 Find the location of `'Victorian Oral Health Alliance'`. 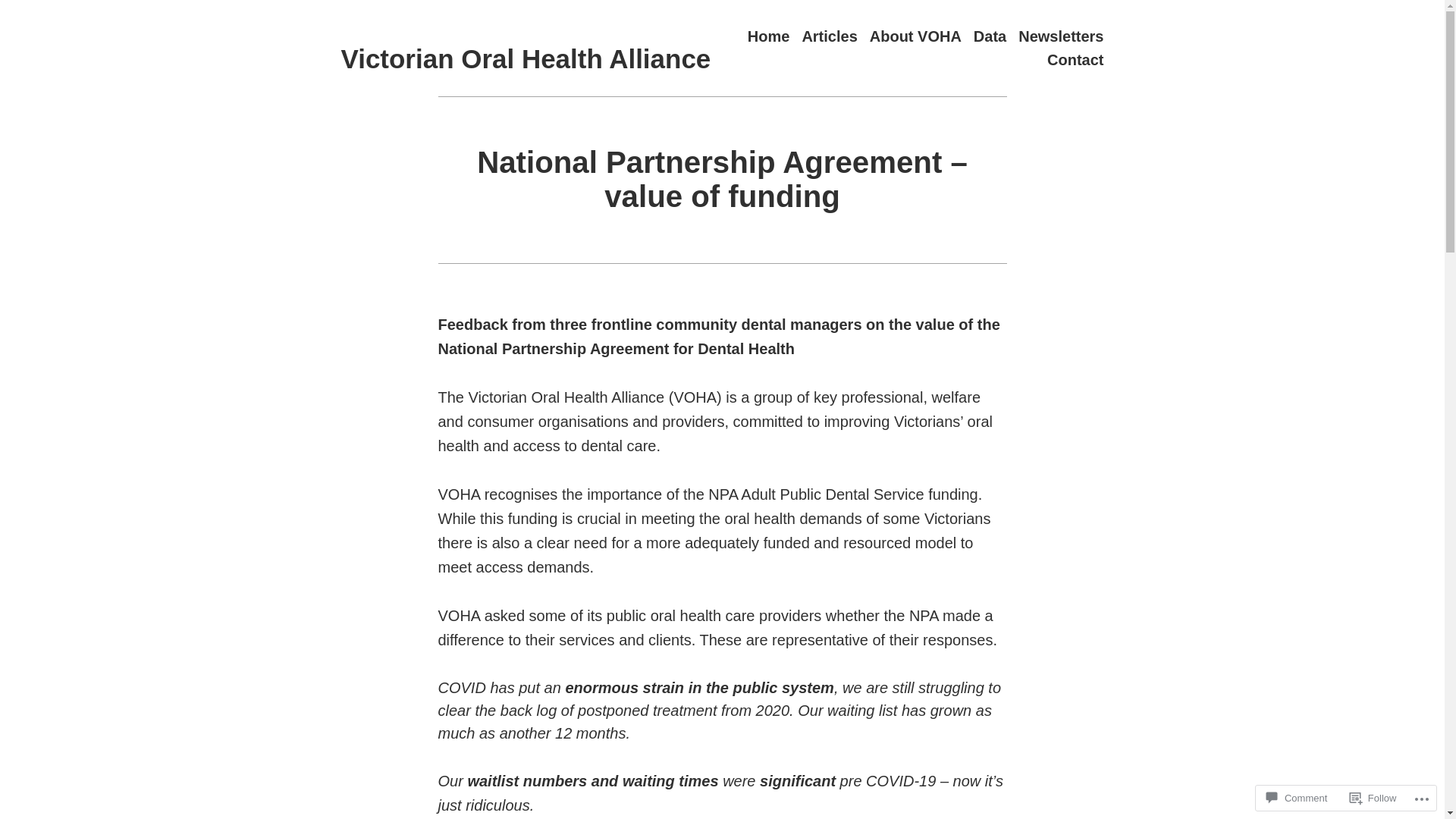

'Victorian Oral Health Alliance' is located at coordinates (526, 58).